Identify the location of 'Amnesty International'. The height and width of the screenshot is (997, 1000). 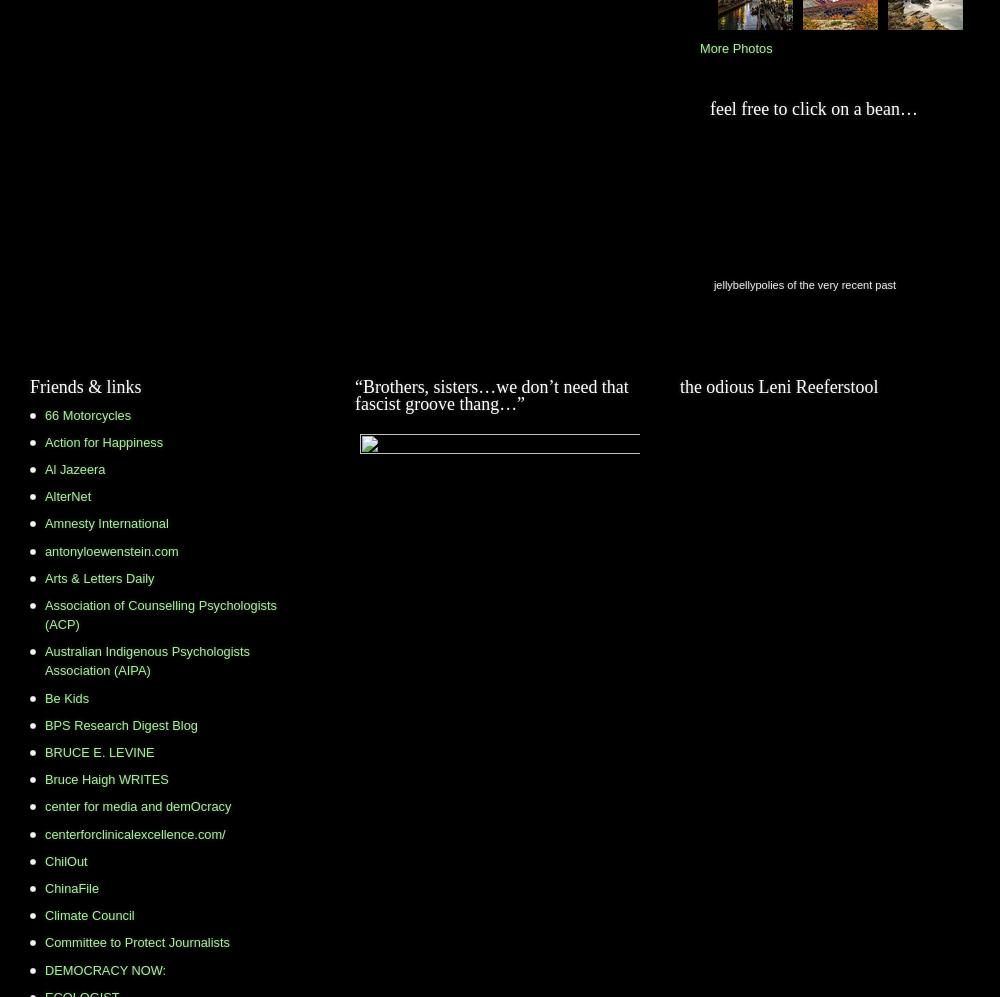
(105, 522).